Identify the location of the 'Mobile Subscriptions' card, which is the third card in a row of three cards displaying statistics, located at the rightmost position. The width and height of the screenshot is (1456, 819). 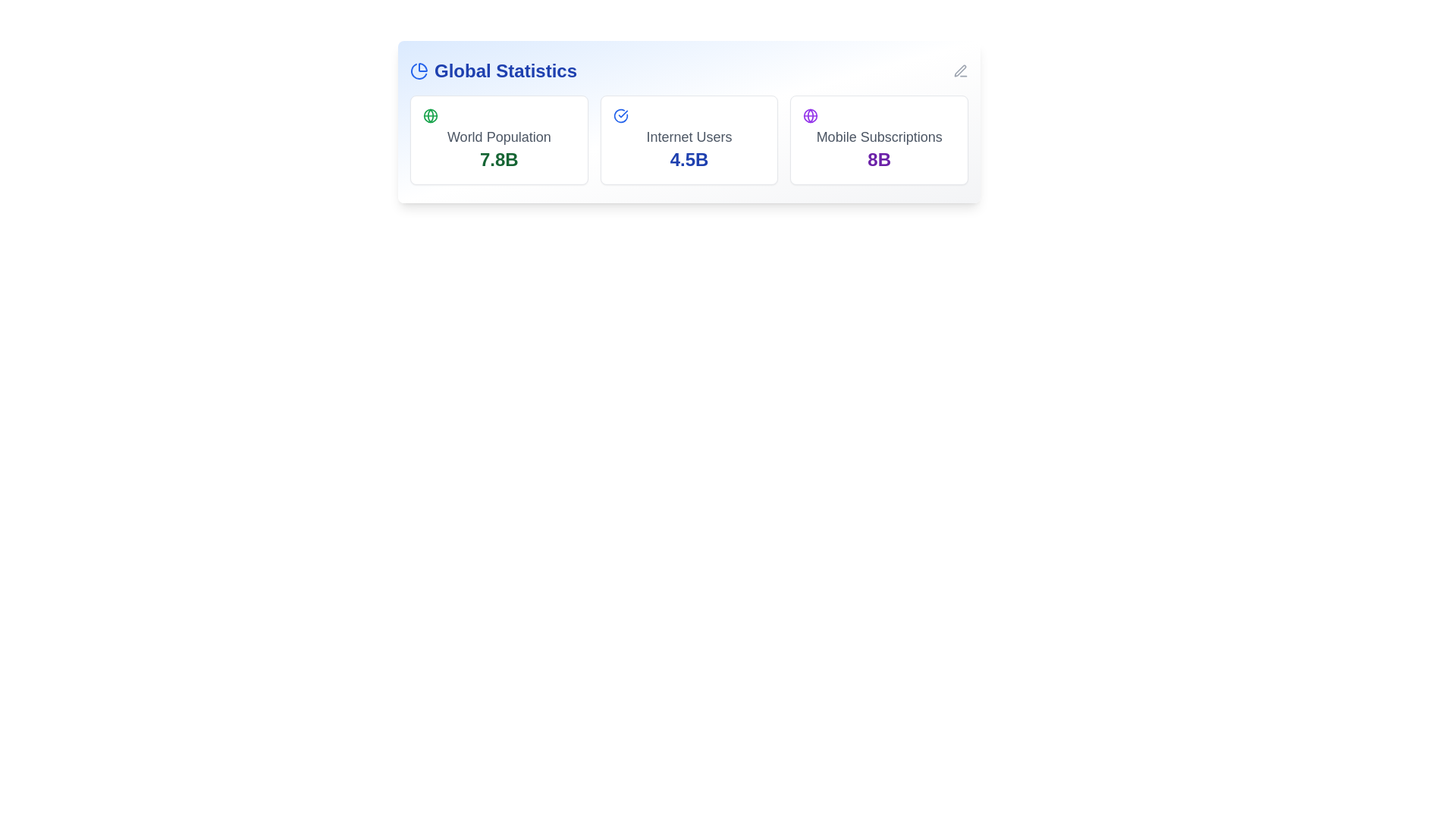
(879, 140).